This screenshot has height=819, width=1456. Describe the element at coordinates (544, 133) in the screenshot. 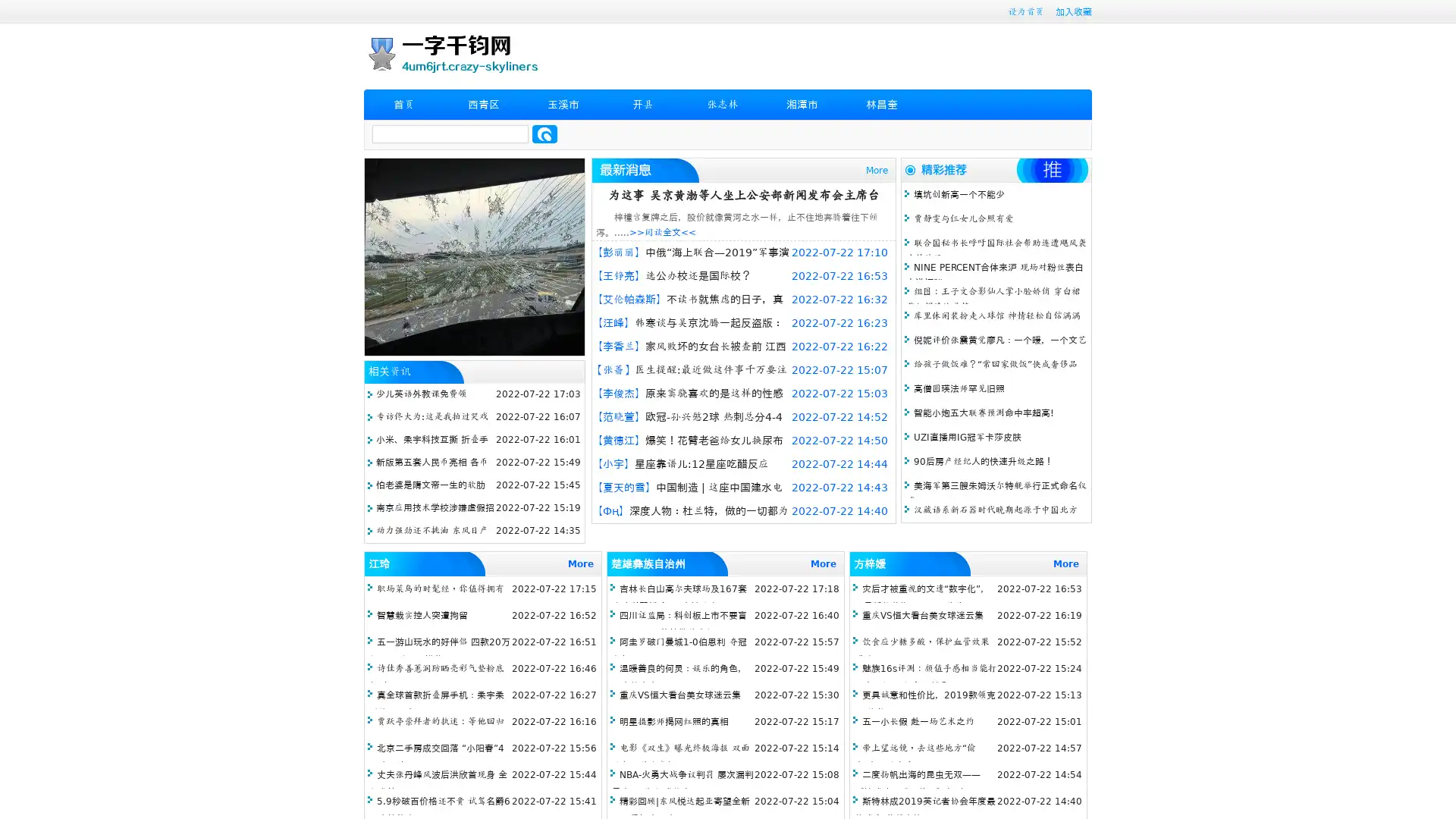

I see `Search` at that location.